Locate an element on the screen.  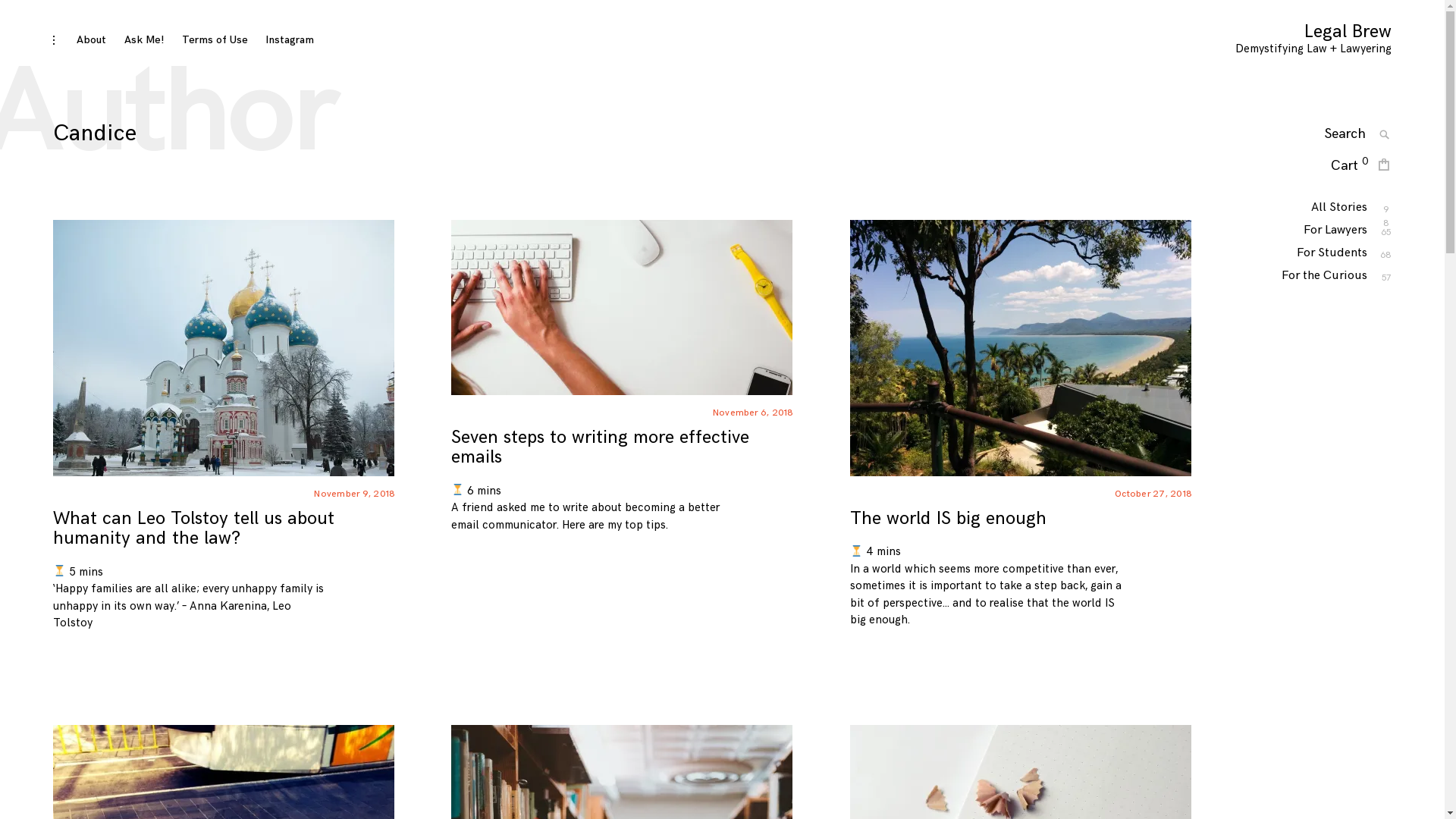
'November 9, 2018' is located at coordinates (312, 494).